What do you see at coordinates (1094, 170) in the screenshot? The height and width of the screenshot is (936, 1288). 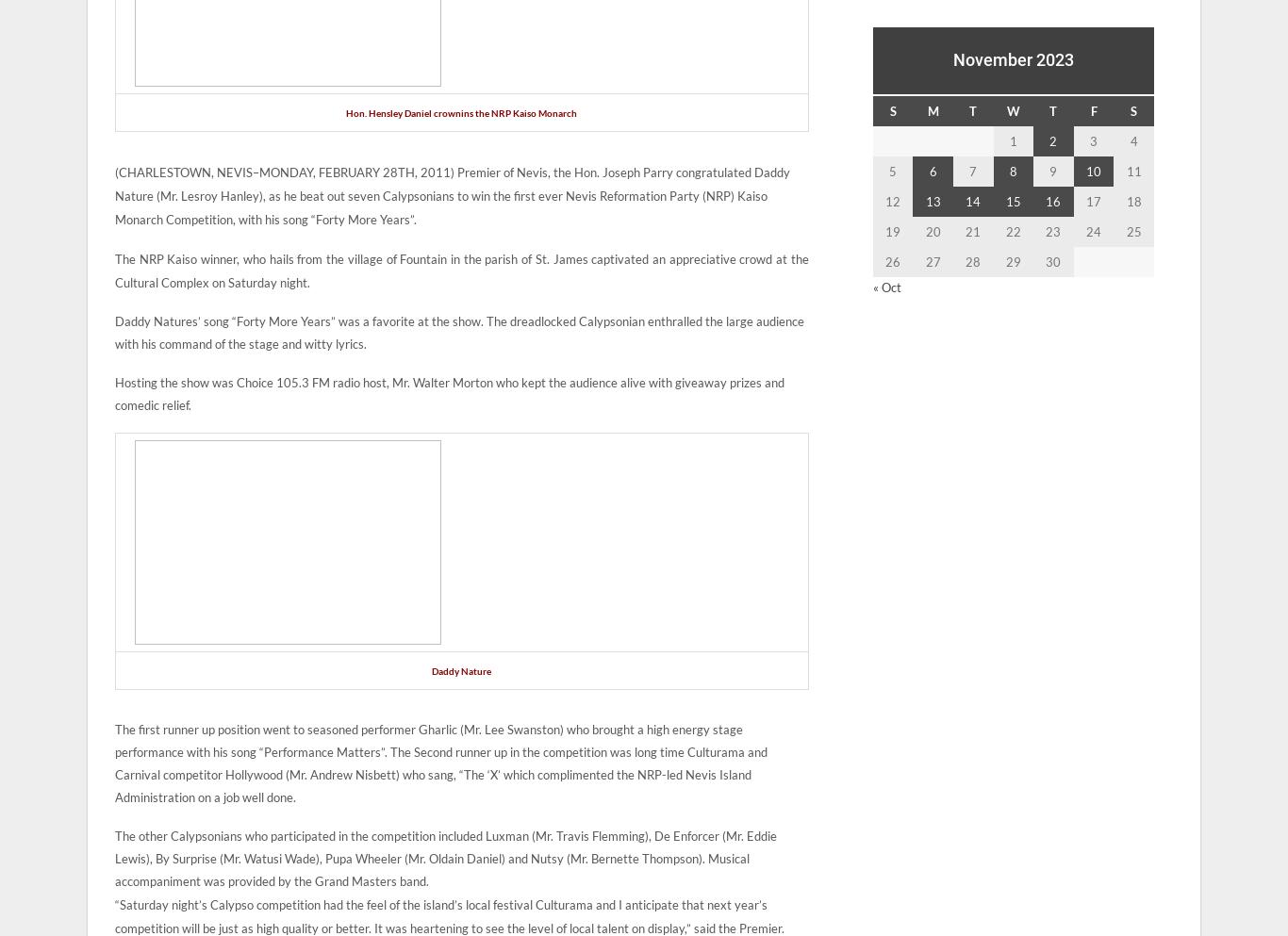 I see `'10'` at bounding box center [1094, 170].